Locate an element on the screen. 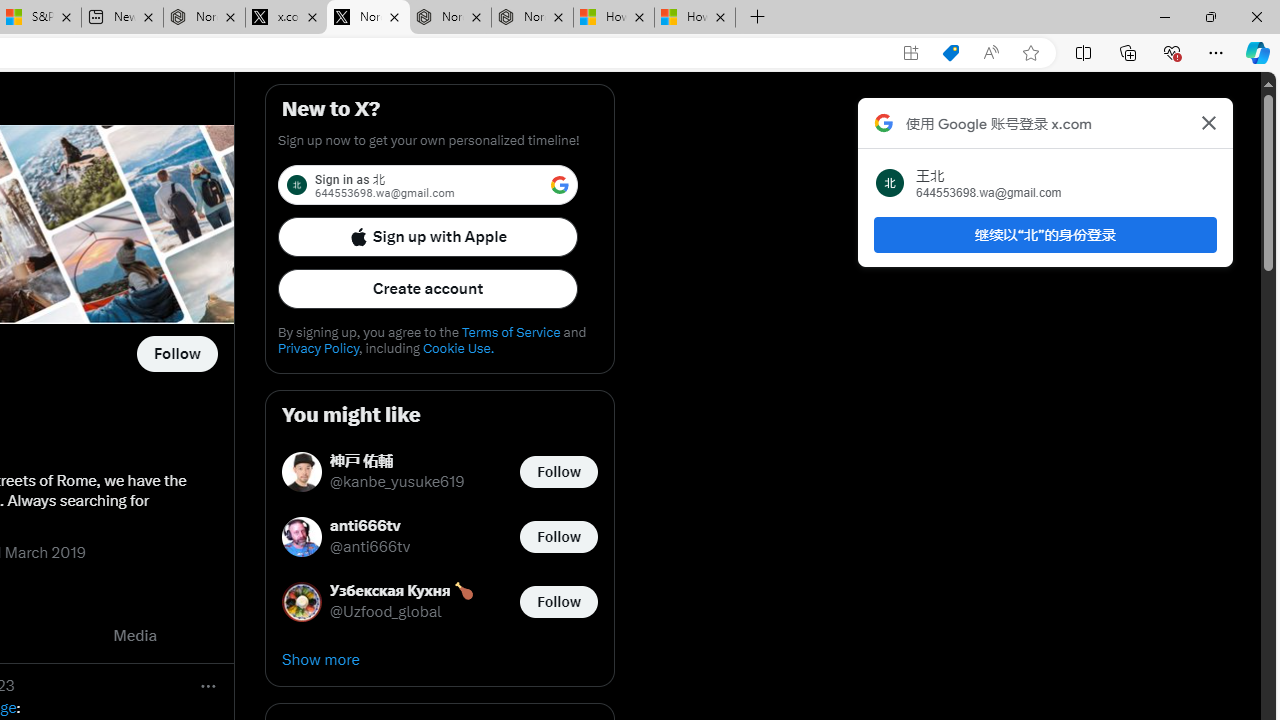 The width and height of the screenshot is (1280, 720). 'App available. Install X' is located at coordinates (909, 52).